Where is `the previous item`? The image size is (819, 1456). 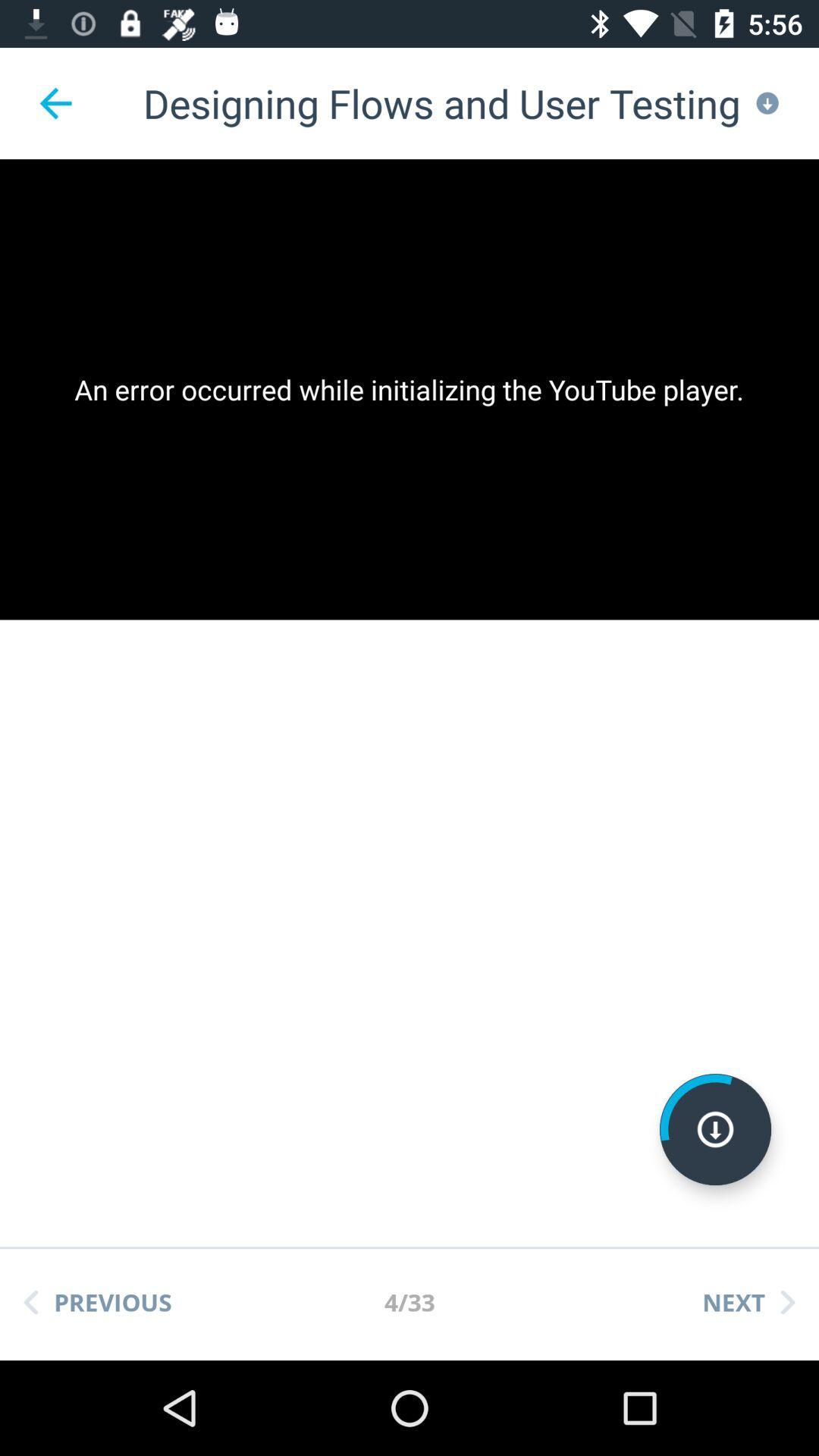 the previous item is located at coordinates (97, 1301).